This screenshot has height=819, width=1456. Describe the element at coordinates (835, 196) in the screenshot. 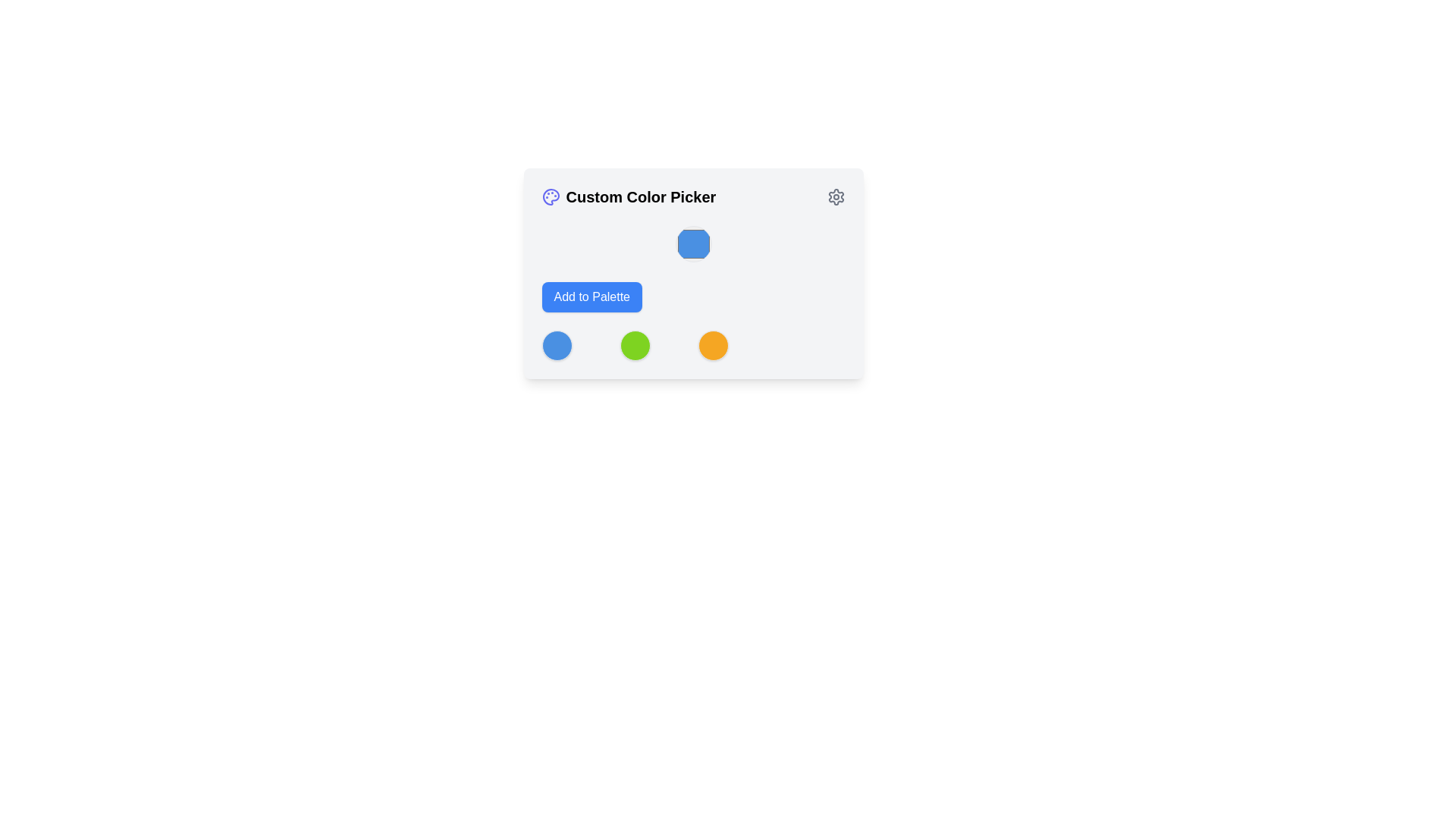

I see `the small gear-shaped settings icon located on the far right of the header row titled 'Custom Color Picker'` at that location.